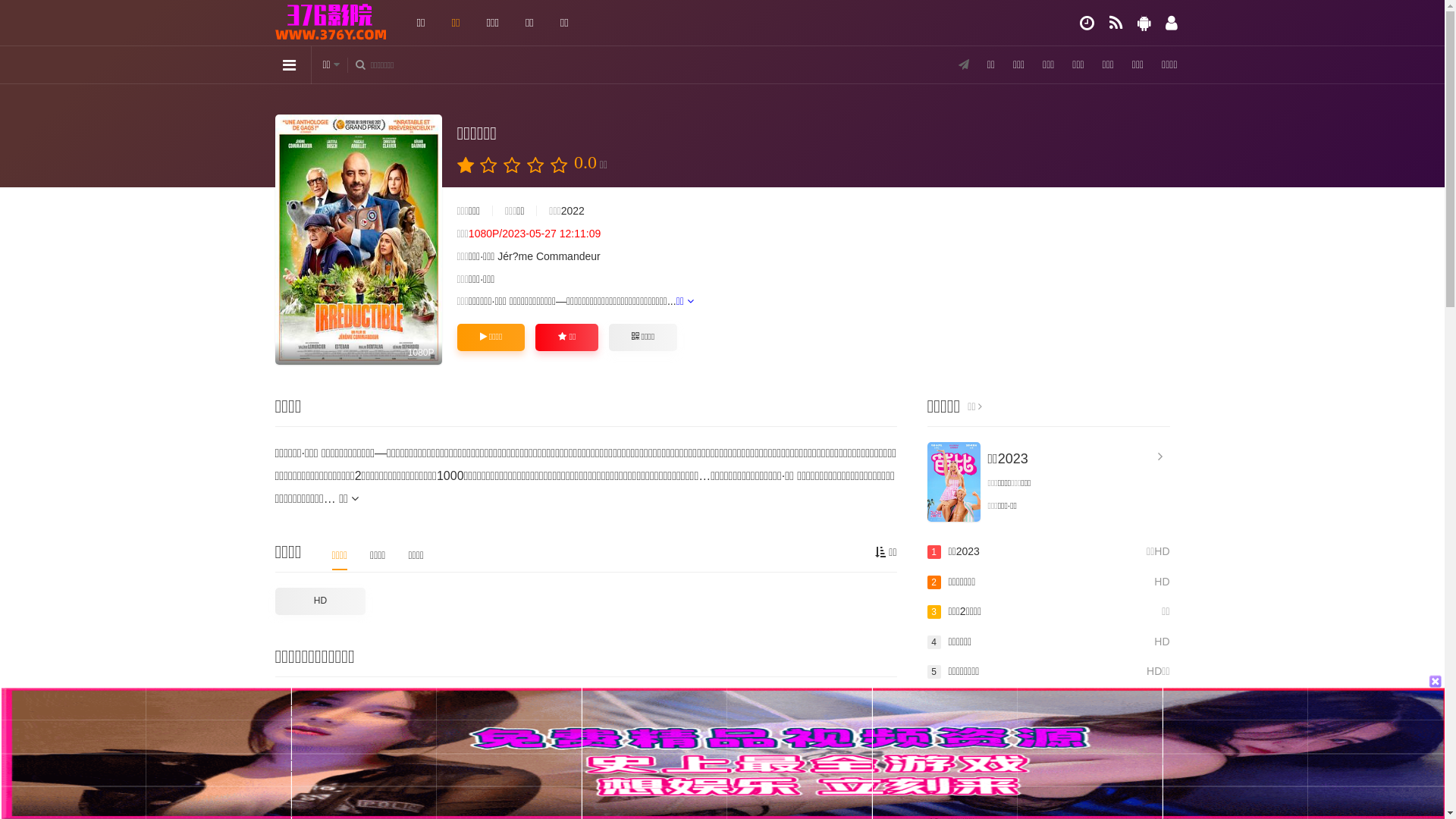 The image size is (1456, 819). What do you see at coordinates (356, 239) in the screenshot?
I see `'1080P'` at bounding box center [356, 239].